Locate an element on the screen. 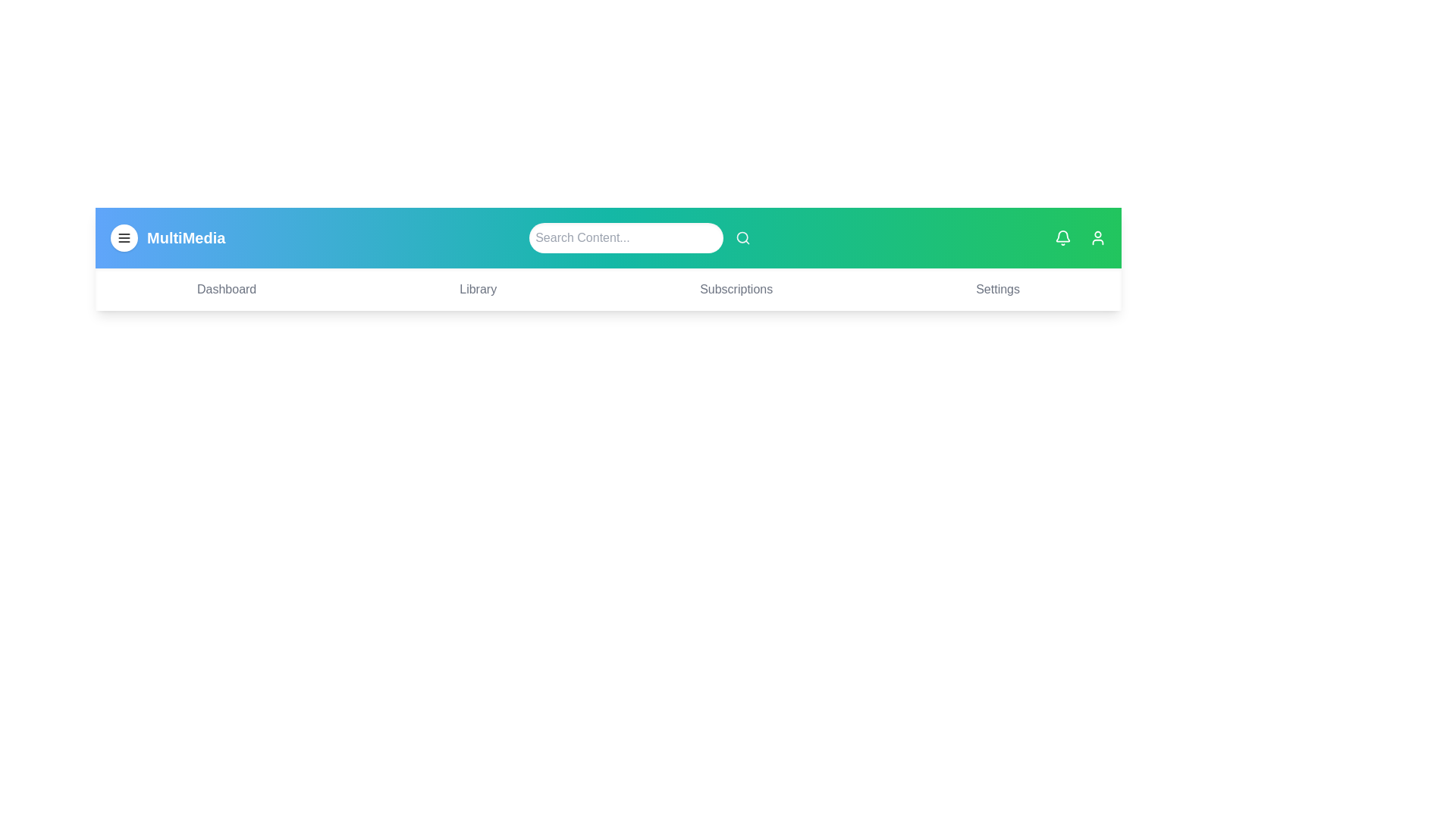 The height and width of the screenshot is (819, 1456). the search icon to initiate a search is located at coordinates (742, 237).